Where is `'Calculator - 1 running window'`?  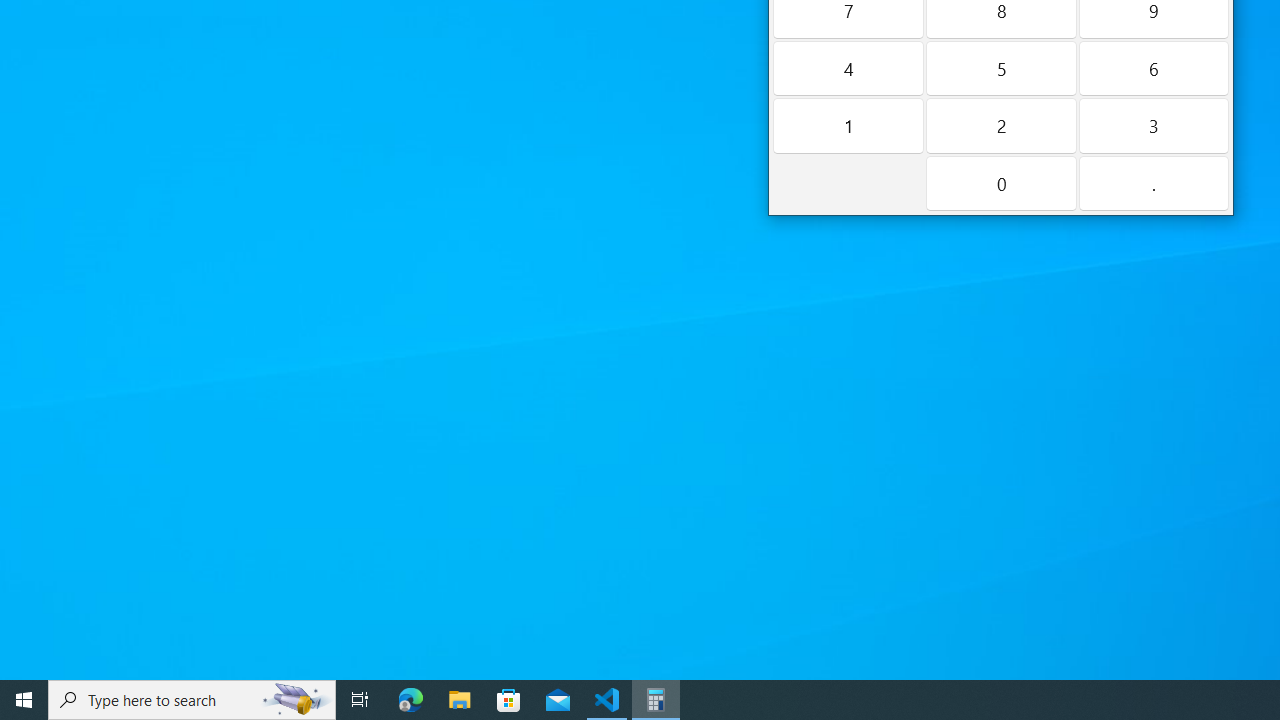 'Calculator - 1 running window' is located at coordinates (656, 698).